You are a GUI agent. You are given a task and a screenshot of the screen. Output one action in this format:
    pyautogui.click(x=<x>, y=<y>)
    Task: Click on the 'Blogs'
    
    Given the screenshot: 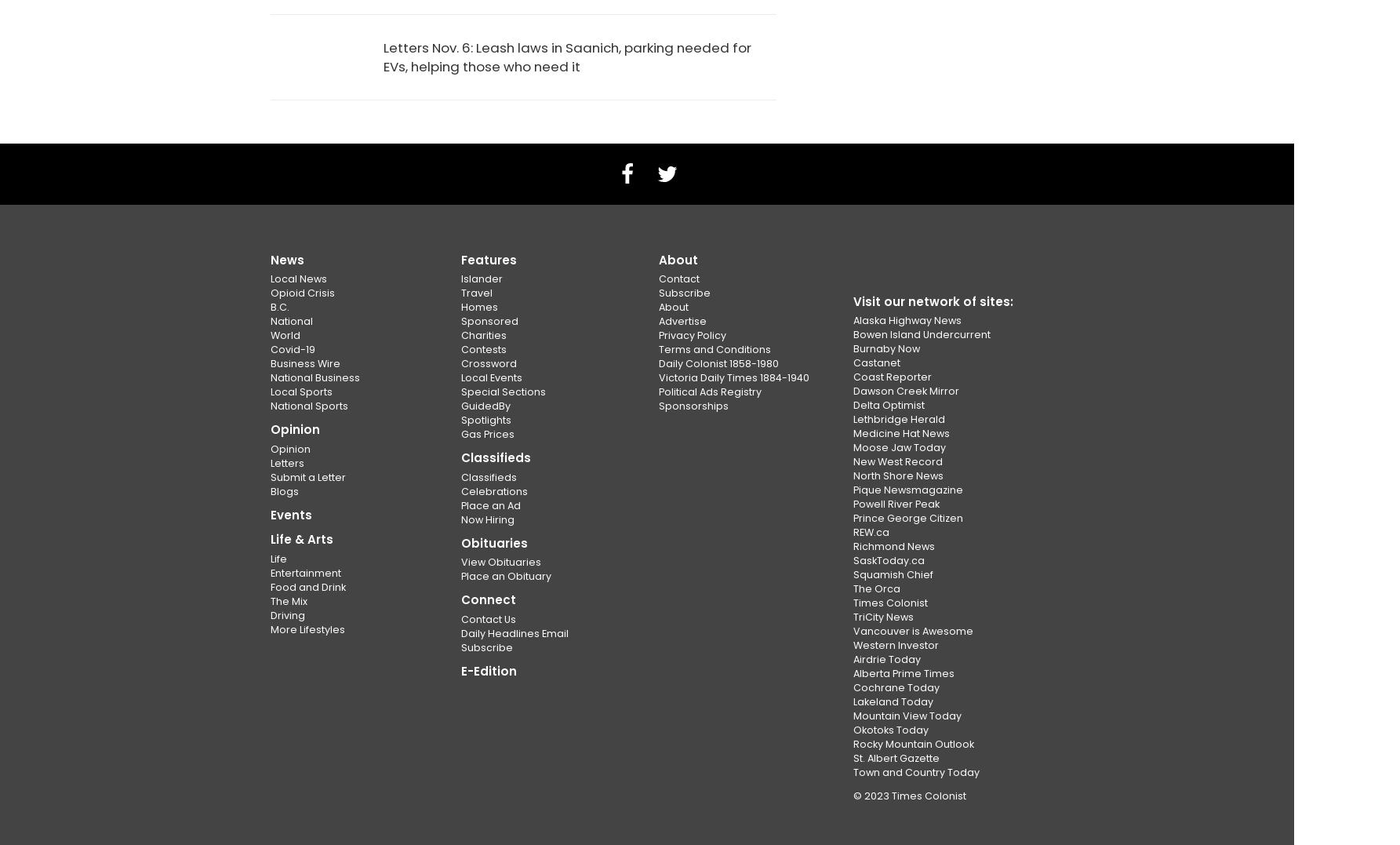 What is the action you would take?
    pyautogui.click(x=285, y=490)
    